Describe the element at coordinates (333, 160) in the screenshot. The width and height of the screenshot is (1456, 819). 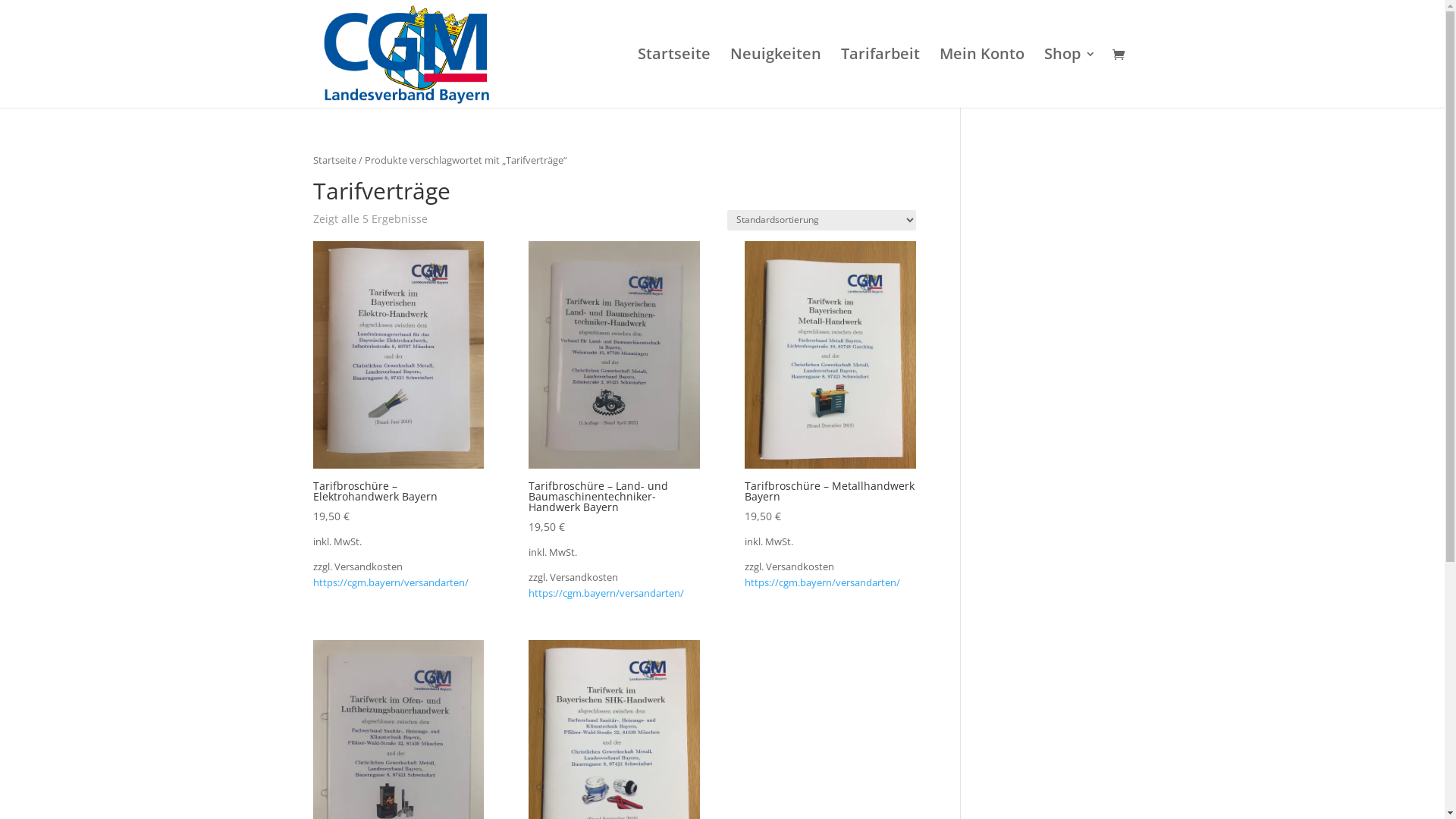
I see `'Startseite'` at that location.